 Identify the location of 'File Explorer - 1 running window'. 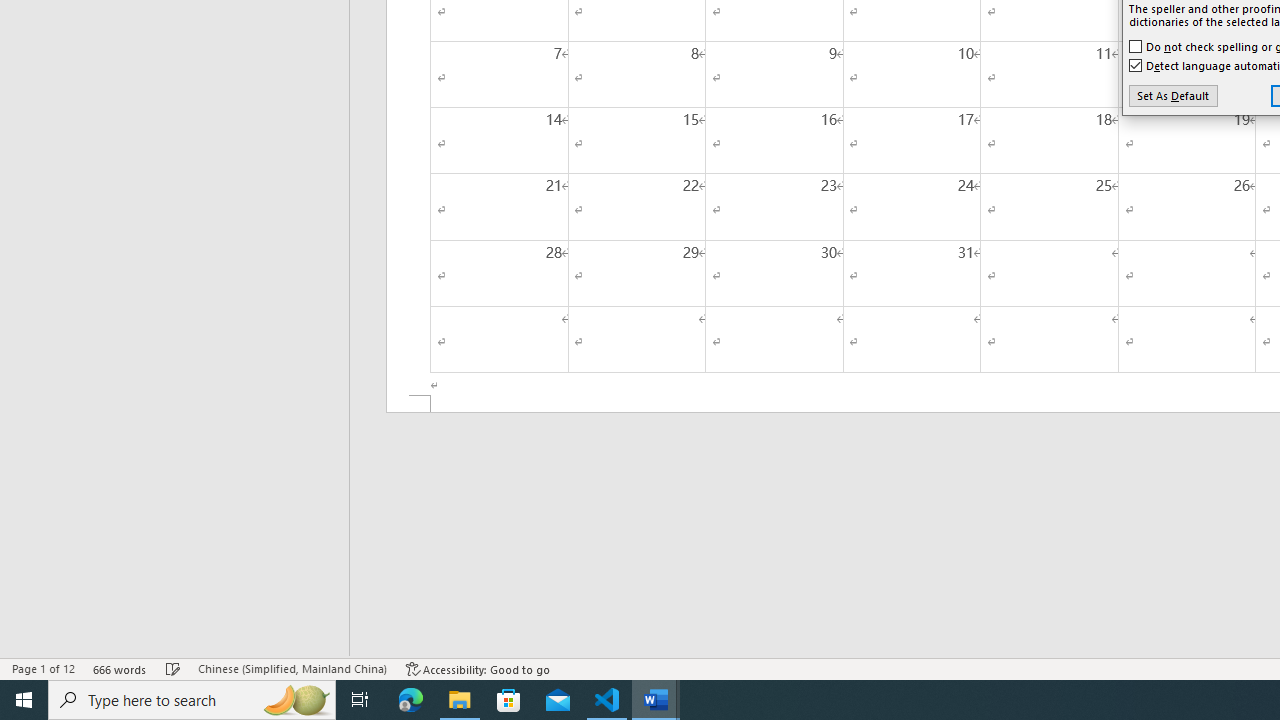
(459, 698).